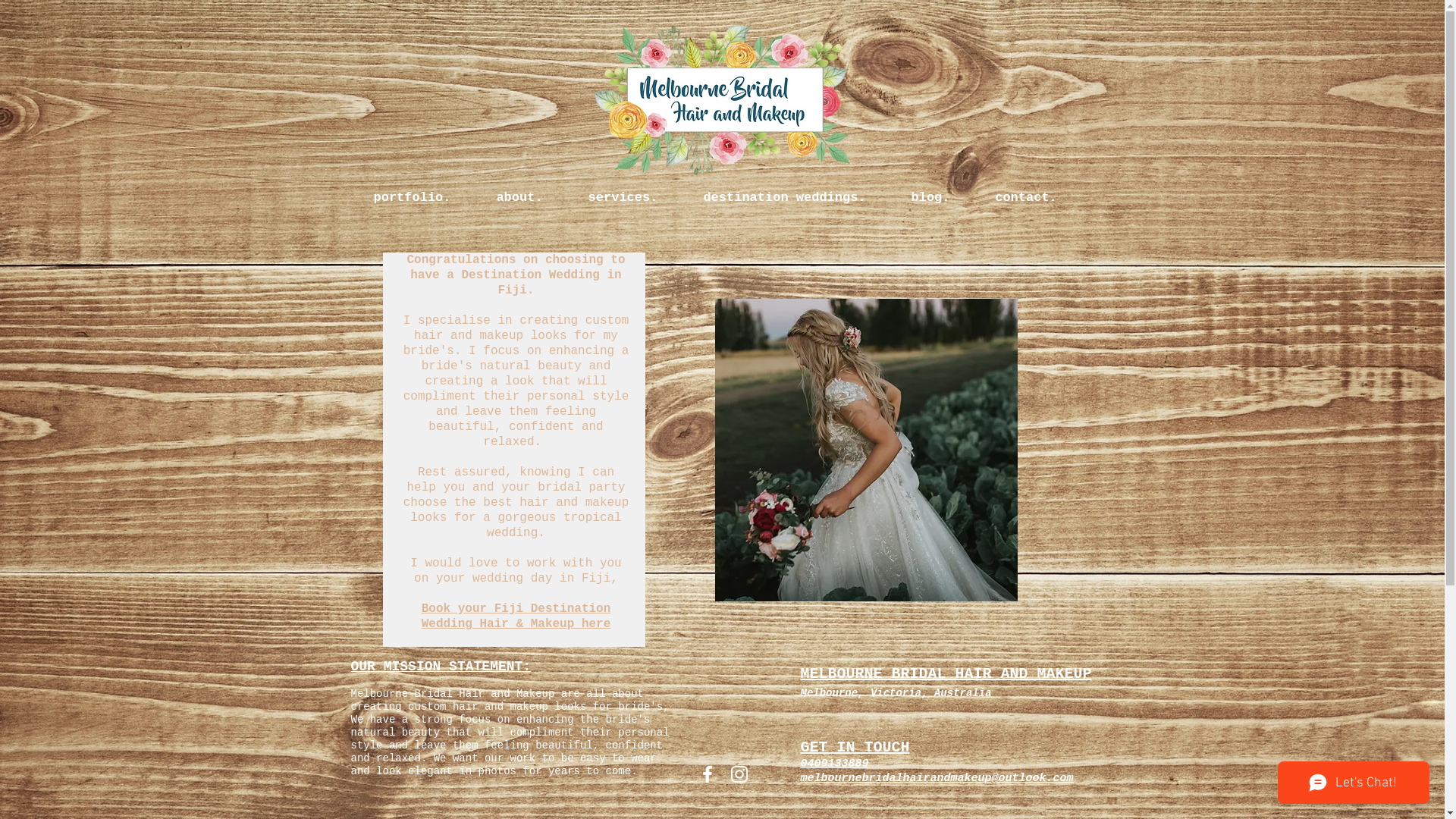 This screenshot has width=1456, height=819. What do you see at coordinates (564, 197) in the screenshot?
I see `'services.'` at bounding box center [564, 197].